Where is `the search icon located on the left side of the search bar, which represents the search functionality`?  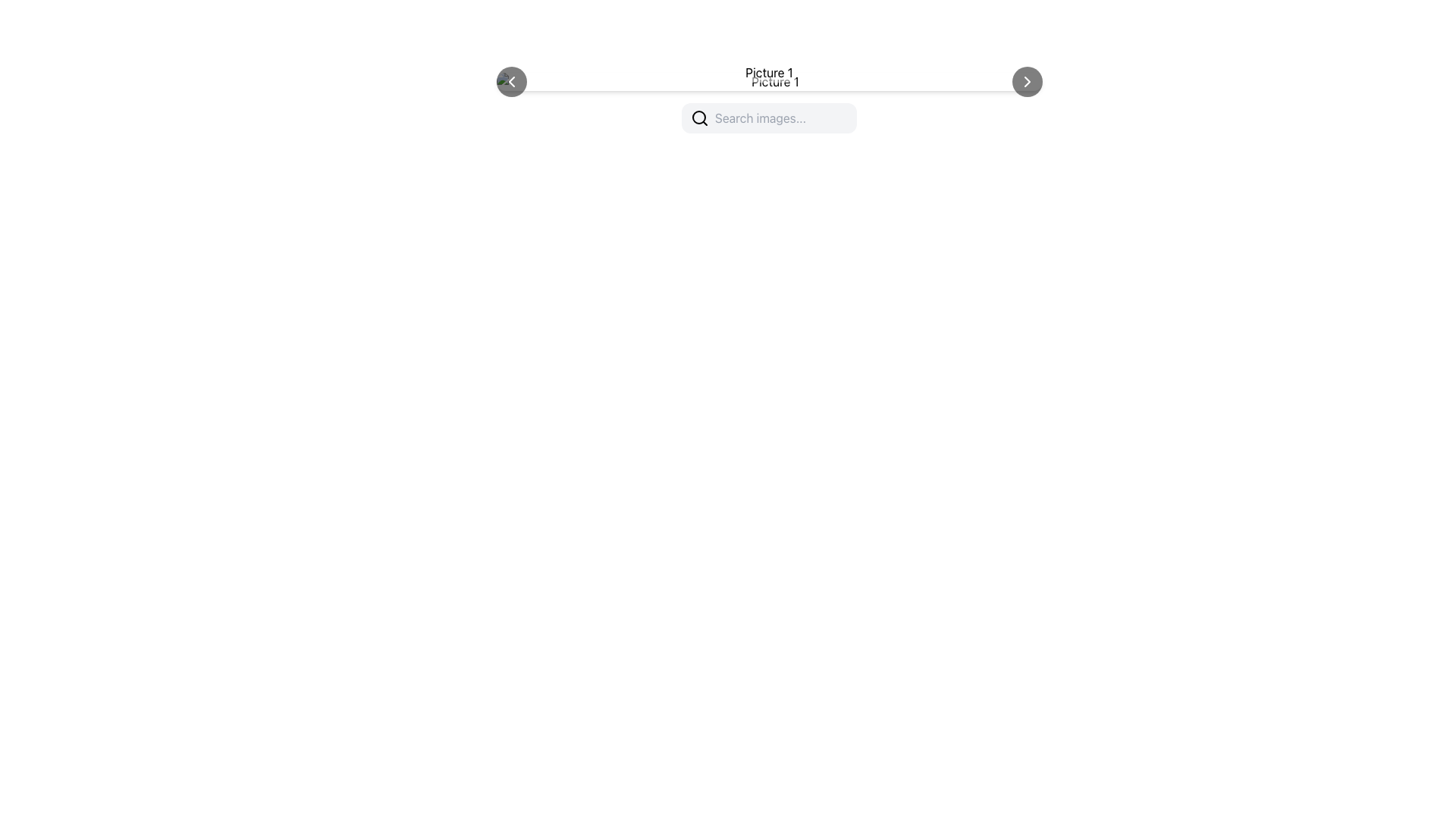
the search icon located on the left side of the search bar, which represents the search functionality is located at coordinates (698, 117).